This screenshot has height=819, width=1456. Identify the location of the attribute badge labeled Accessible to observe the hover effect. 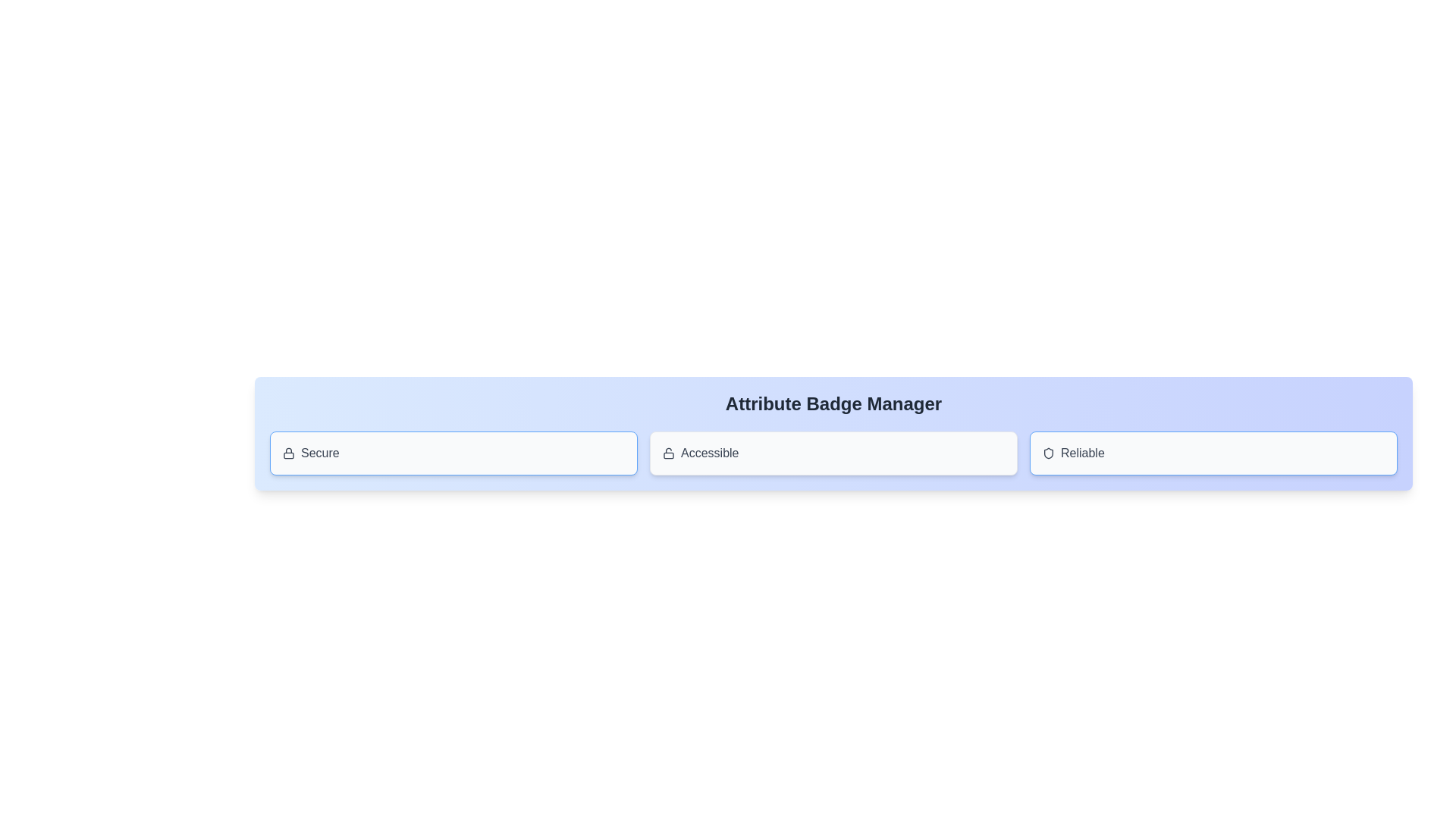
(833, 452).